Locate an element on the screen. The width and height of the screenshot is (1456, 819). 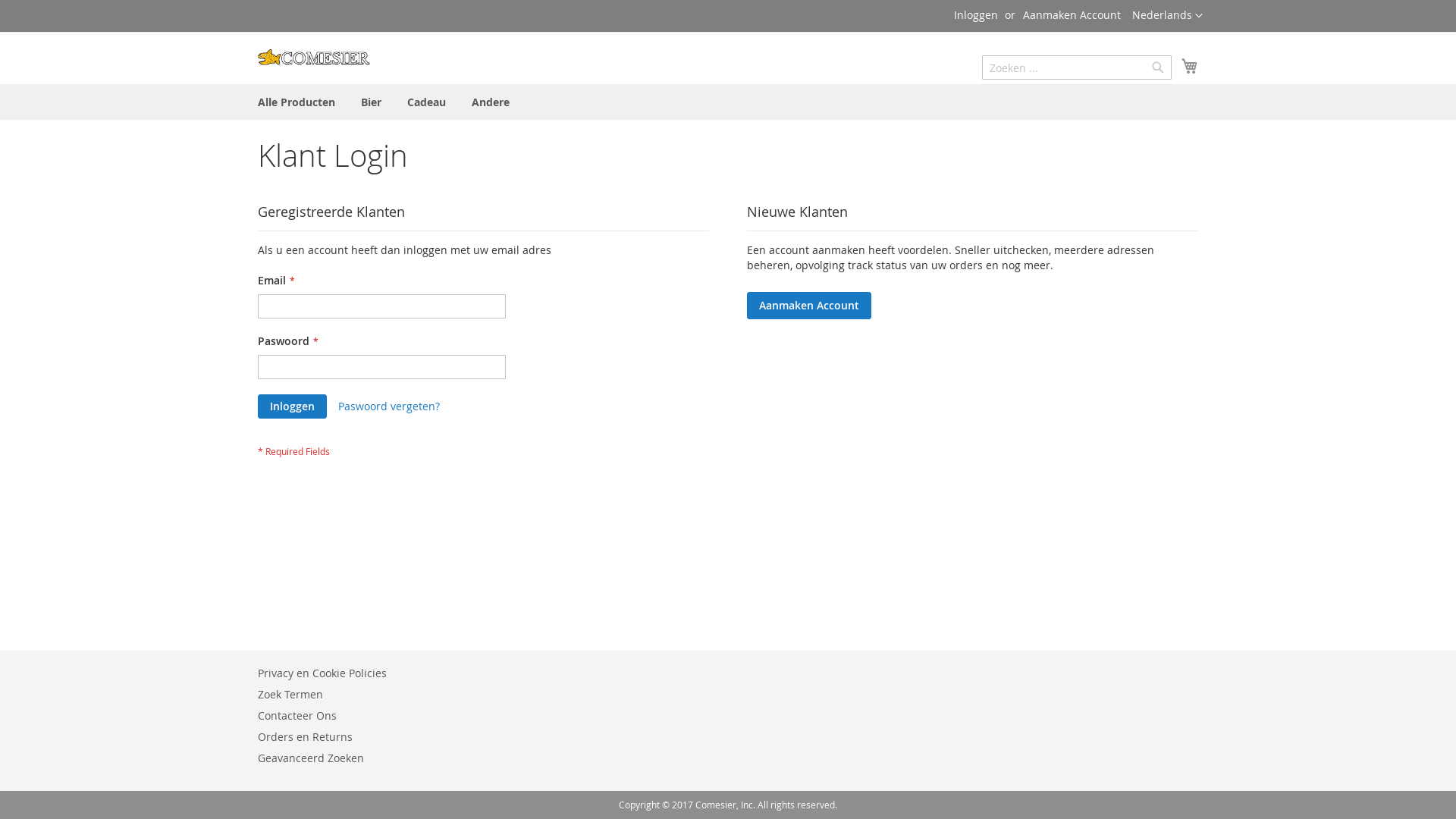
'Zoek Termen' is located at coordinates (290, 694).